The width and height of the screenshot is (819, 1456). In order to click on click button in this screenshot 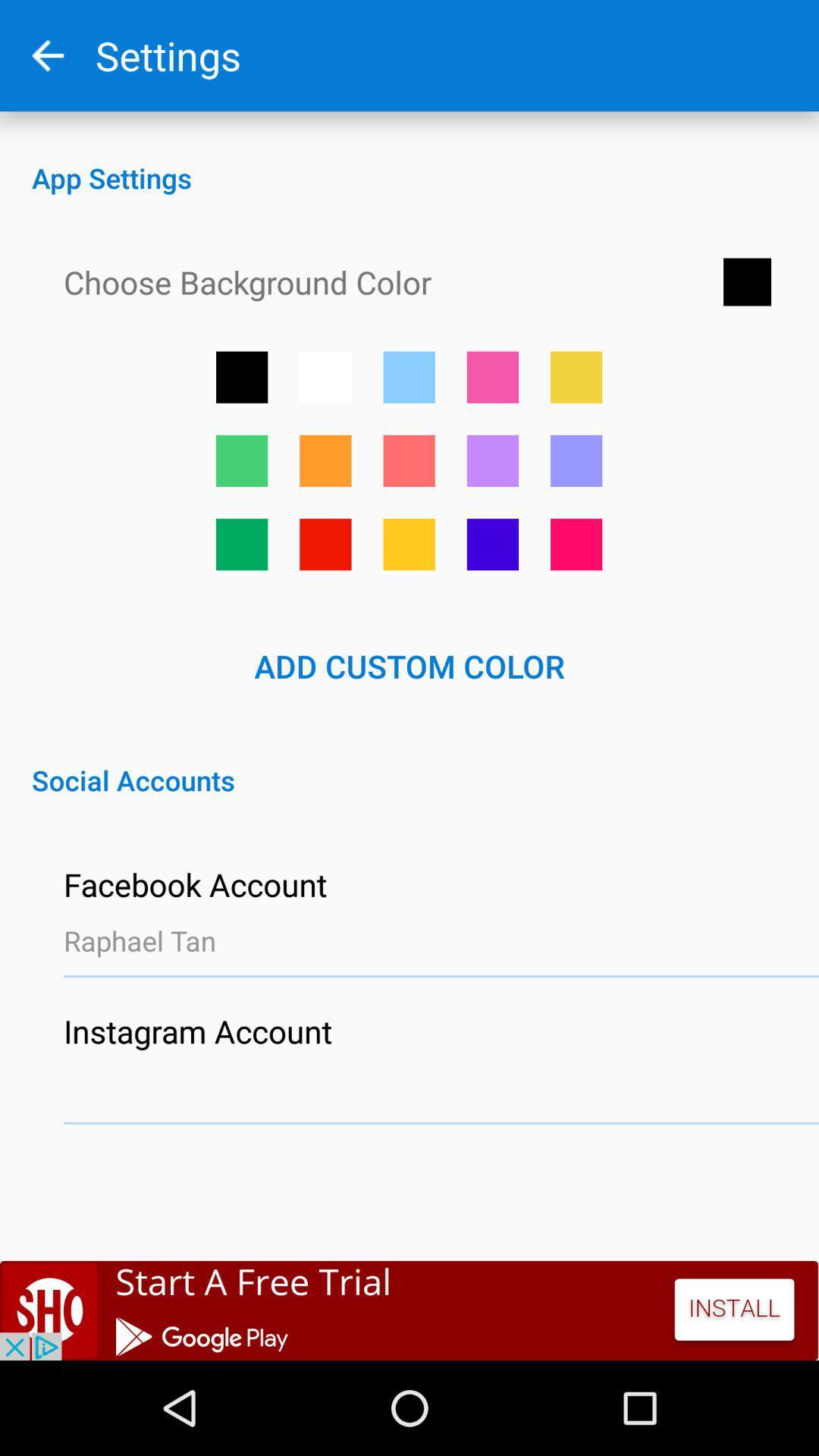, I will do `click(492, 544)`.